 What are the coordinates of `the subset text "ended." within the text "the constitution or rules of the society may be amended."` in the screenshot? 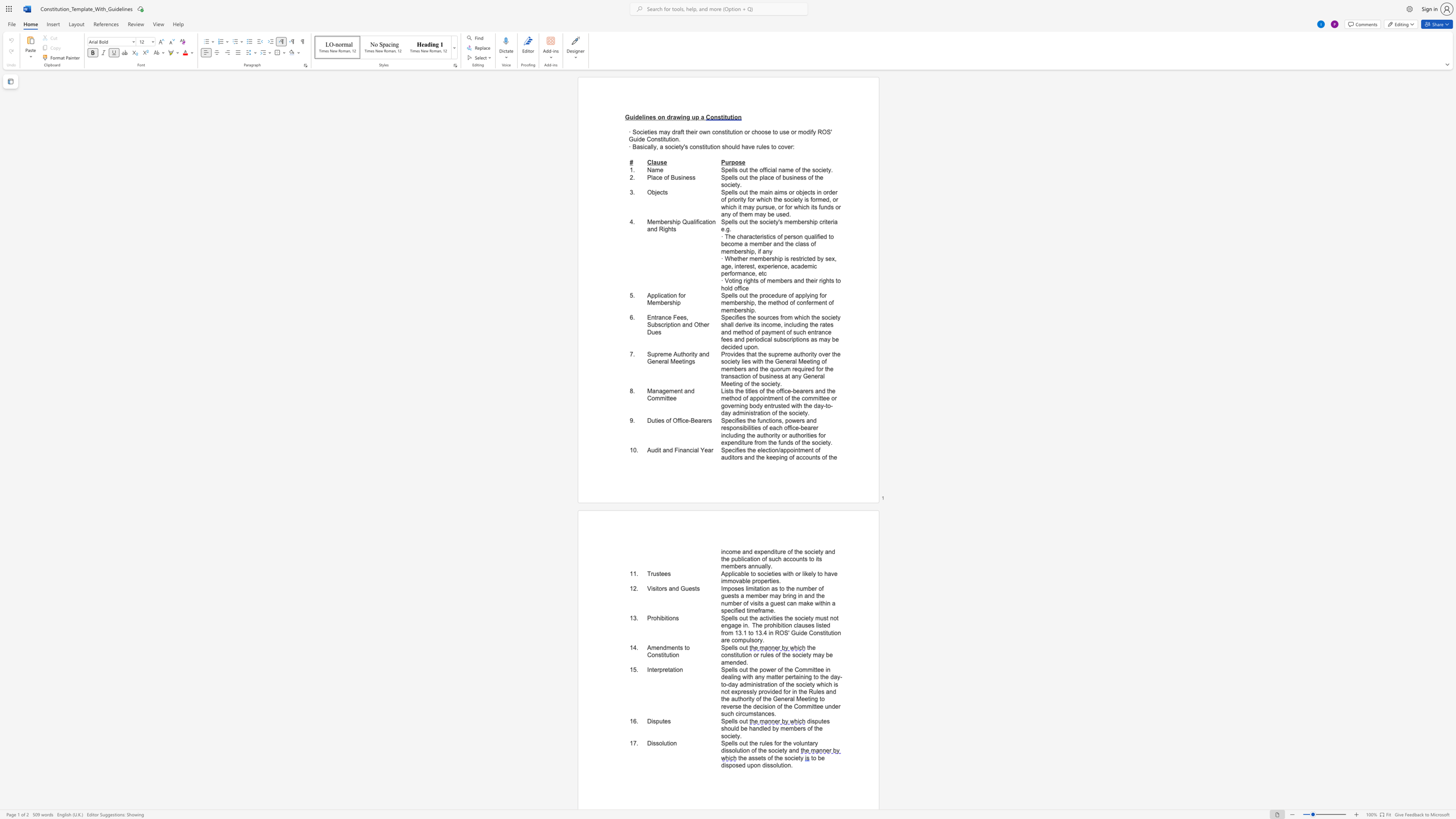 It's located at (730, 662).